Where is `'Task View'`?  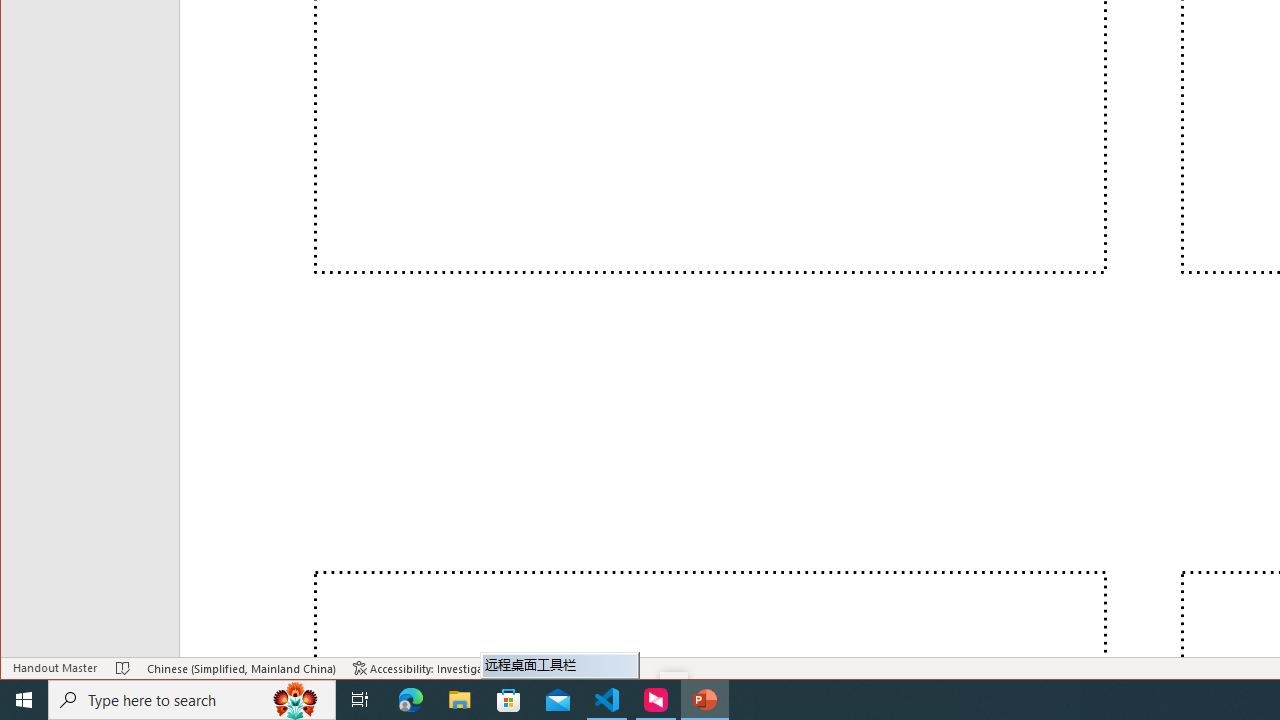 'Task View' is located at coordinates (359, 698).